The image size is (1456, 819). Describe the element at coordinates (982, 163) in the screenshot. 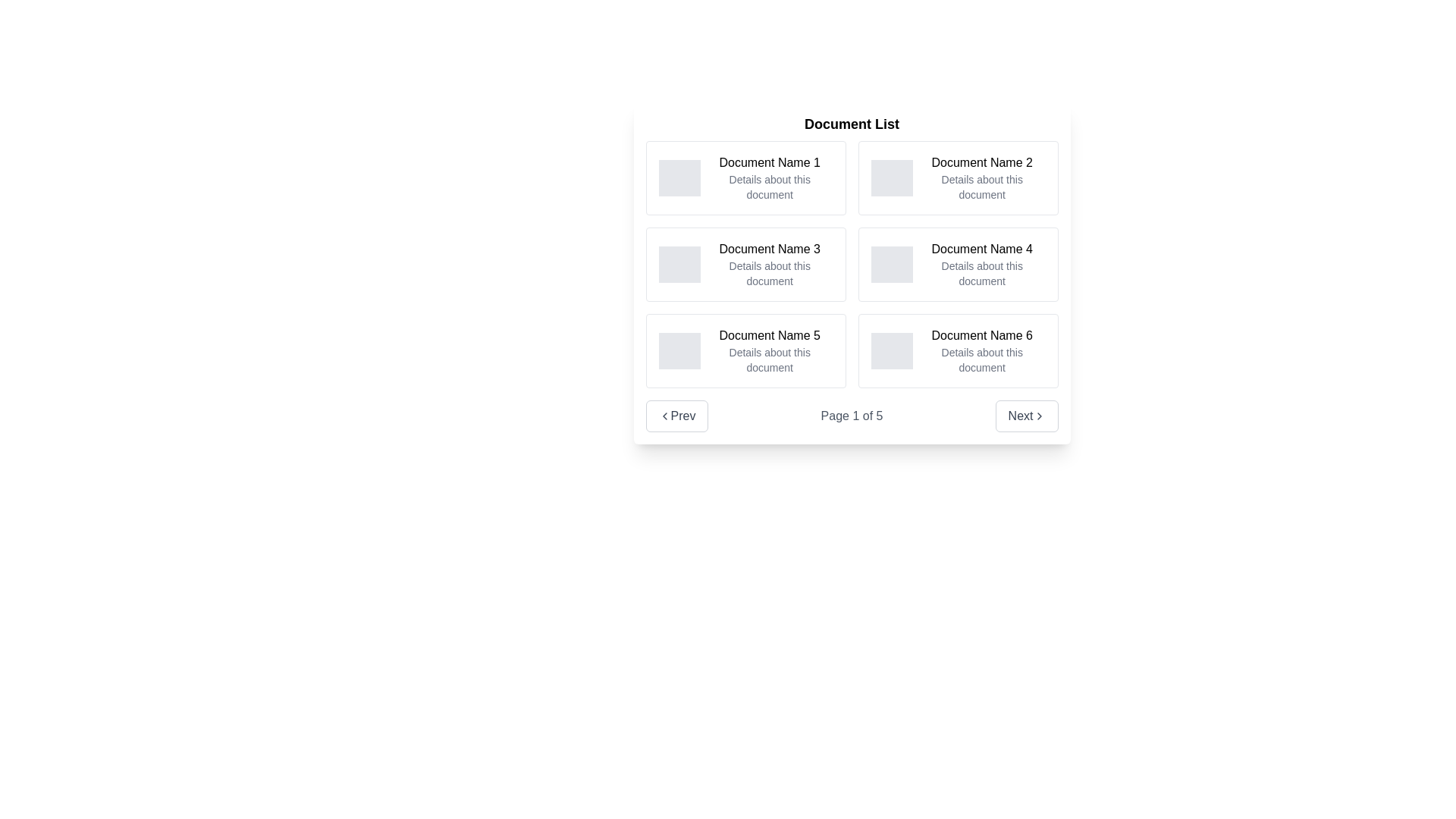

I see `the text label displaying the title 'Document Name 2', which is positioned as the main title in the second document card in a grid layout` at that location.